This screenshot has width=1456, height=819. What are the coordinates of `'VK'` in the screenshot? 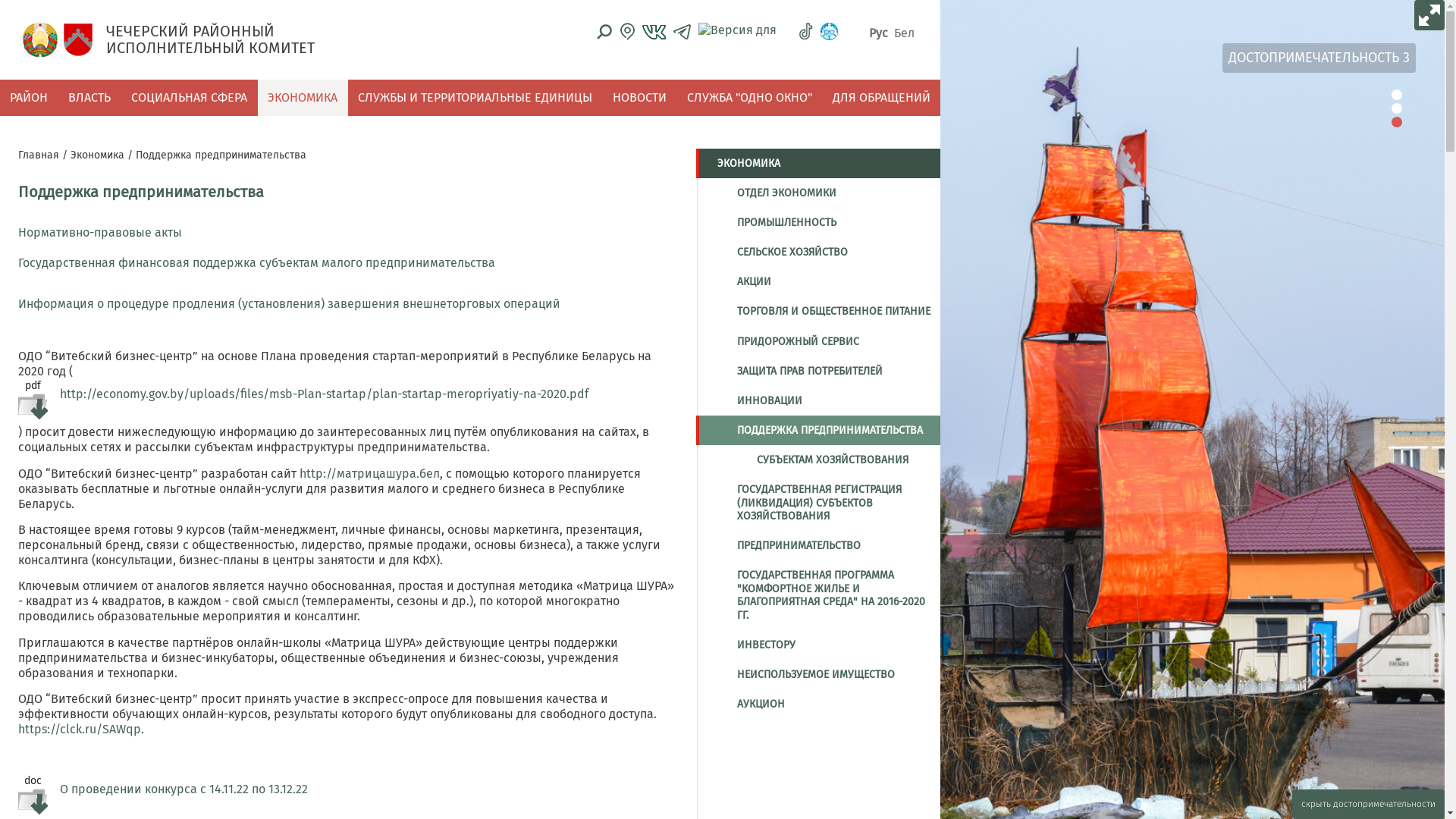 It's located at (654, 31).